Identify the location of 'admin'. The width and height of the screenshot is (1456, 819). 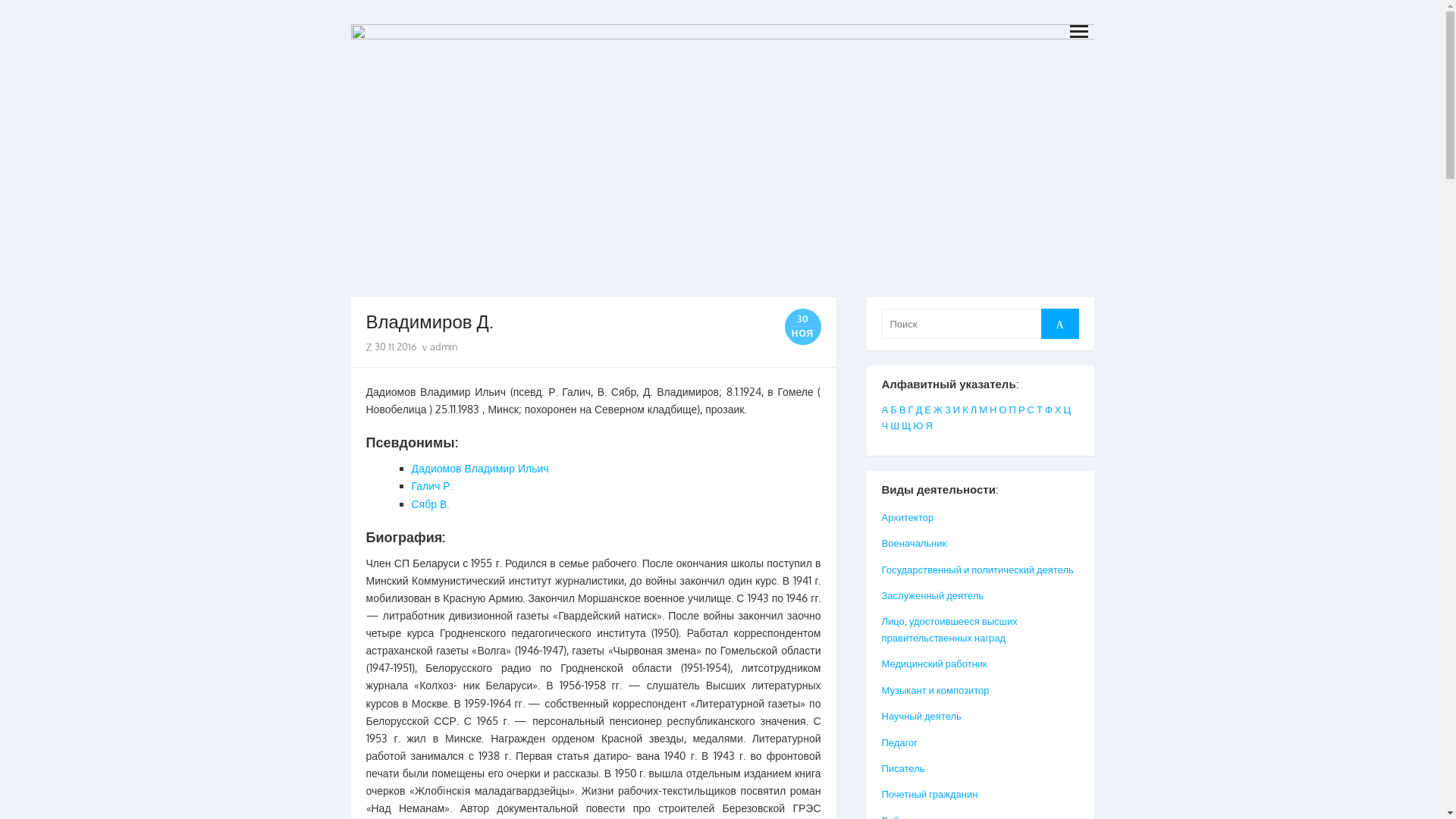
(439, 346).